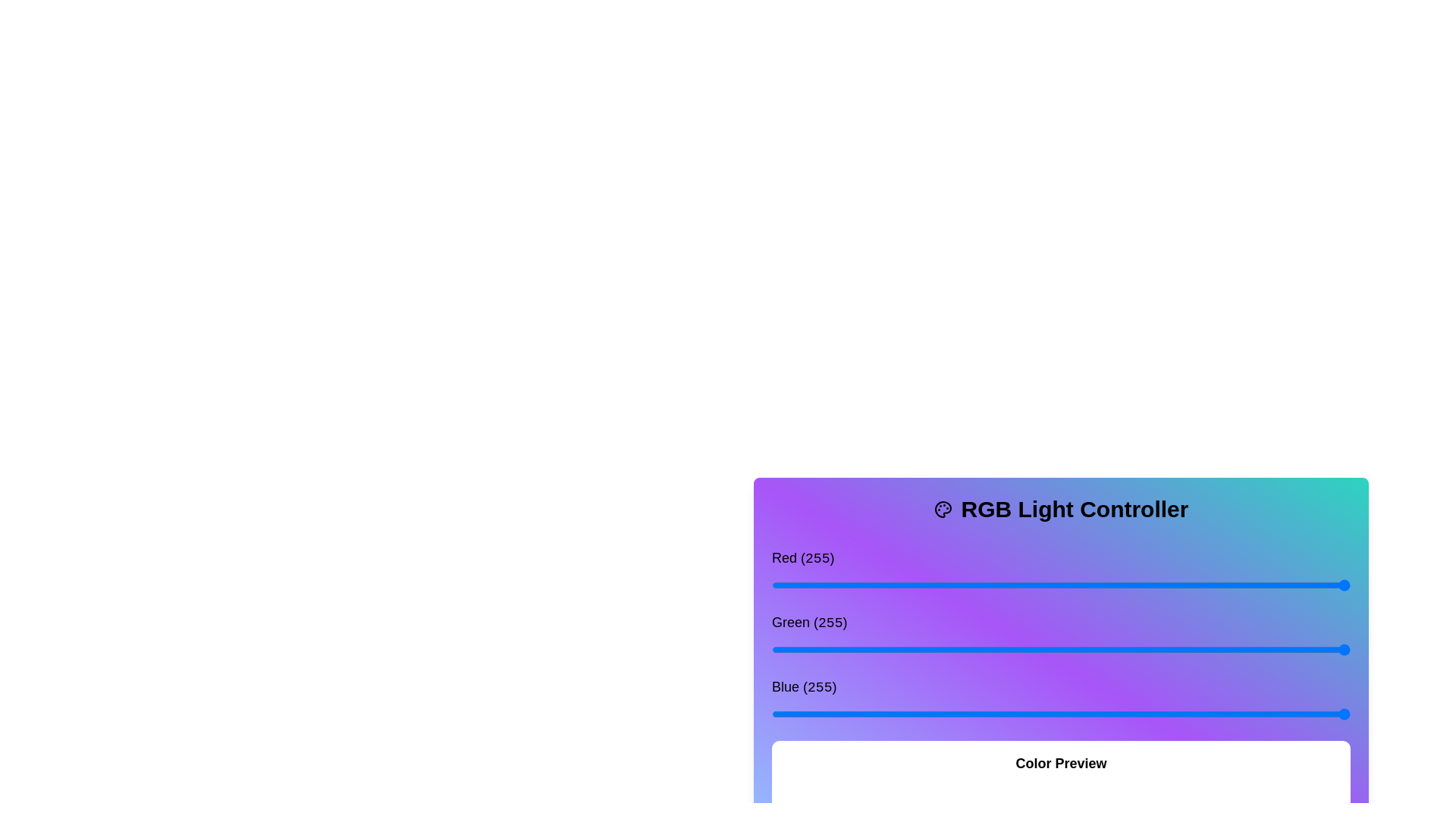  What do you see at coordinates (1060, 786) in the screenshot?
I see `the color preview box to observe its current color` at bounding box center [1060, 786].